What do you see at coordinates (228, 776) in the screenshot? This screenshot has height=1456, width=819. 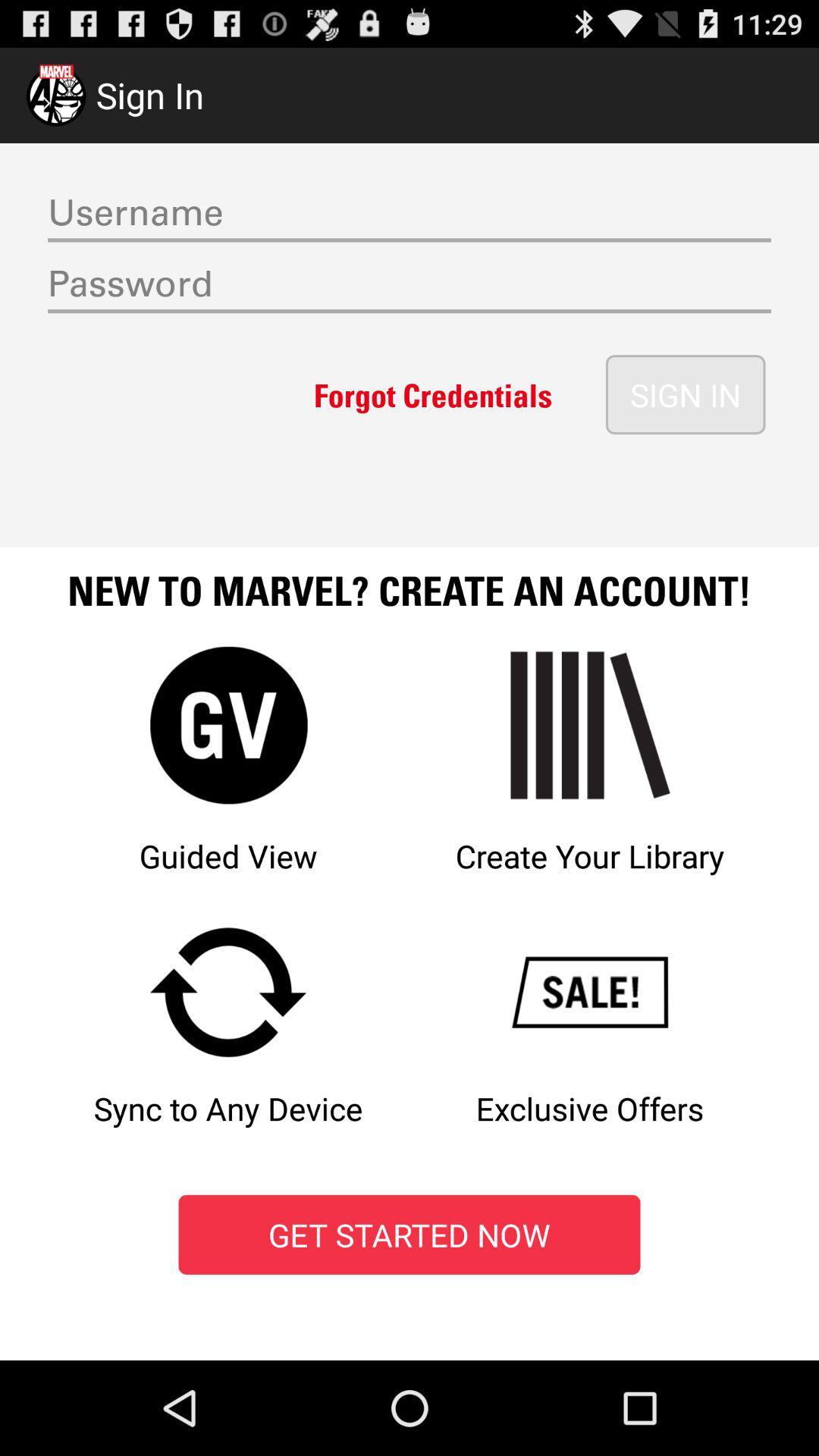 I see `option left to the text create your library` at bounding box center [228, 776].